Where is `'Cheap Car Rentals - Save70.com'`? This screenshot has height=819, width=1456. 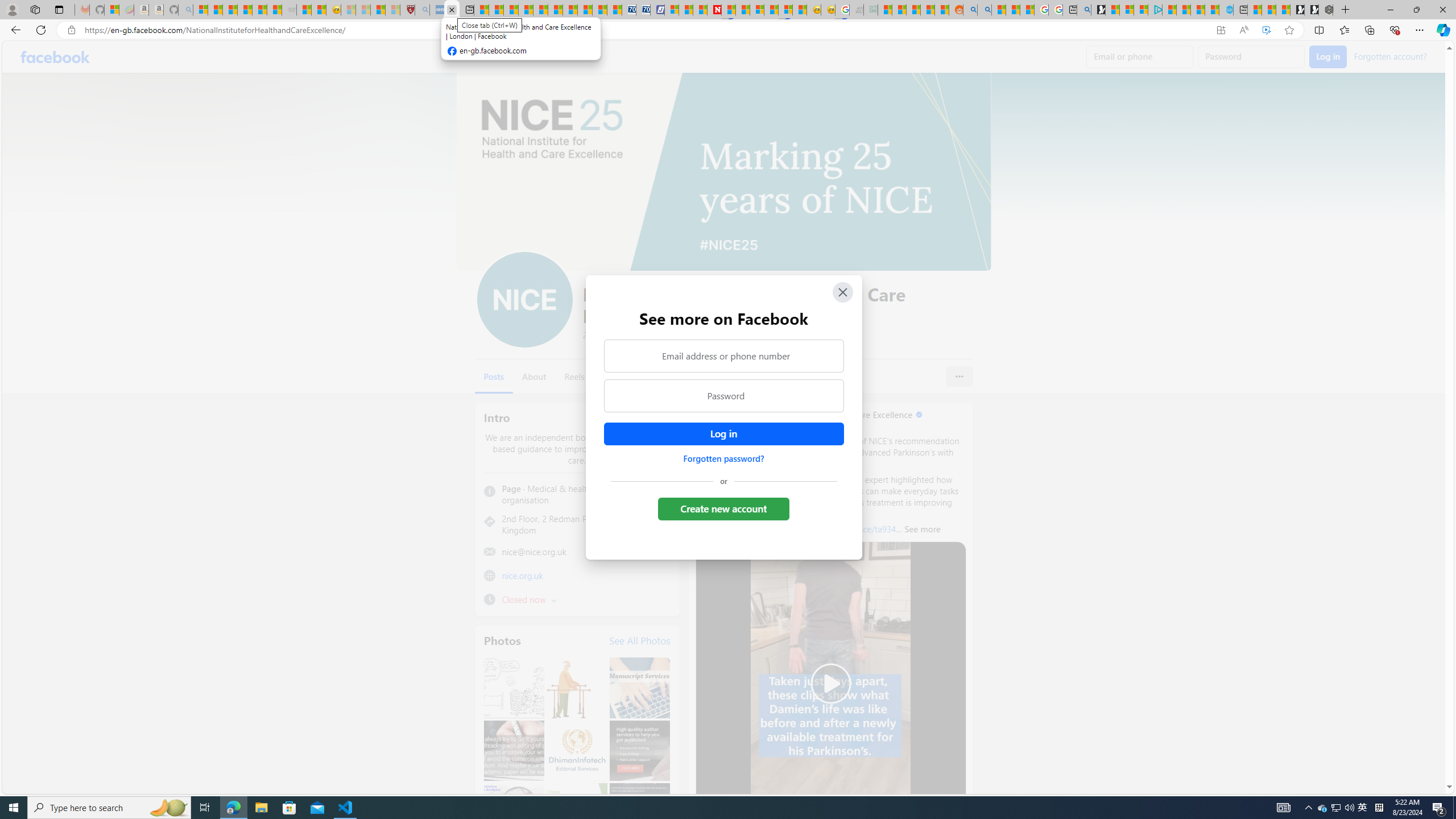
'Cheap Car Rentals - Save70.com' is located at coordinates (628, 9).